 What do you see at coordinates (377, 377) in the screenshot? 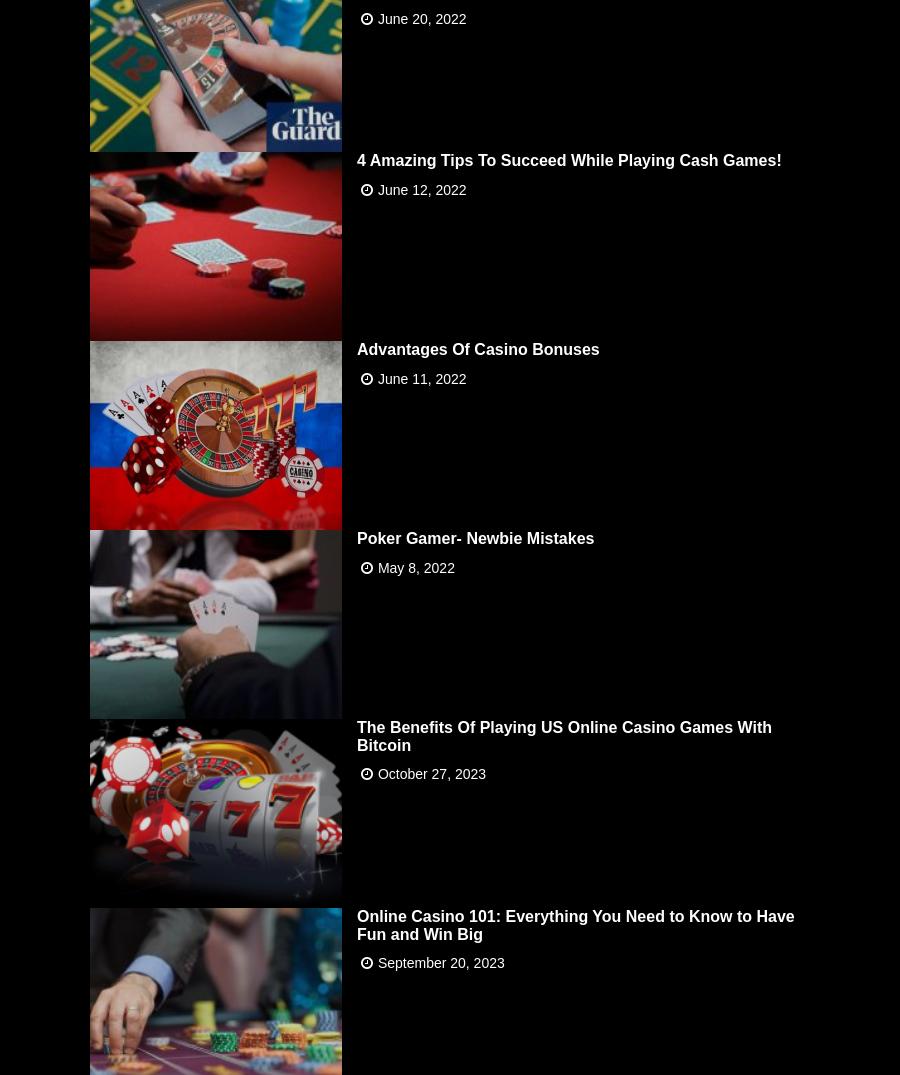
I see `'June 11, 2022'` at bounding box center [377, 377].